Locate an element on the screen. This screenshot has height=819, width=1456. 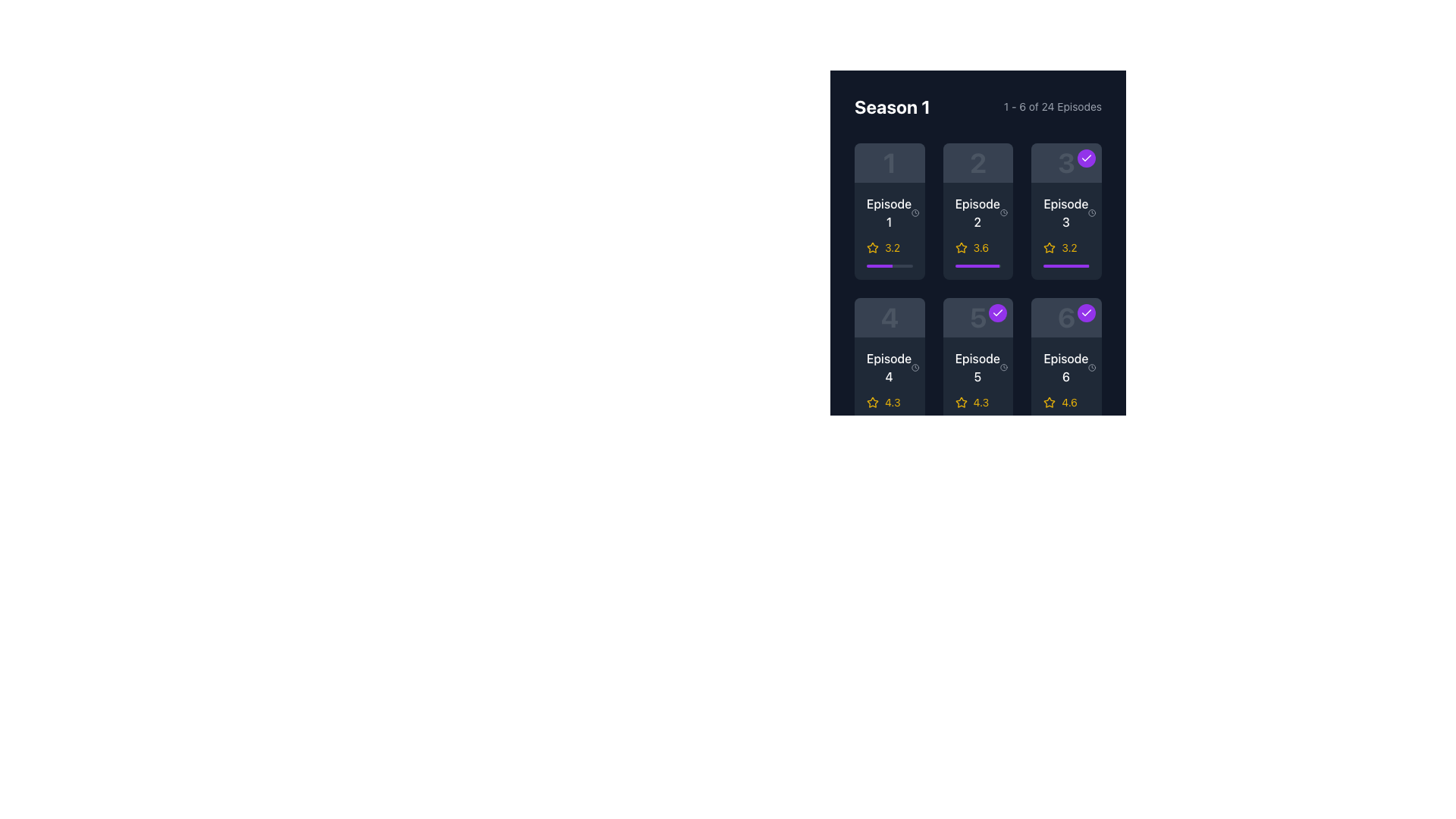
the informational display element representing Episode 4 is located at coordinates (890, 317).